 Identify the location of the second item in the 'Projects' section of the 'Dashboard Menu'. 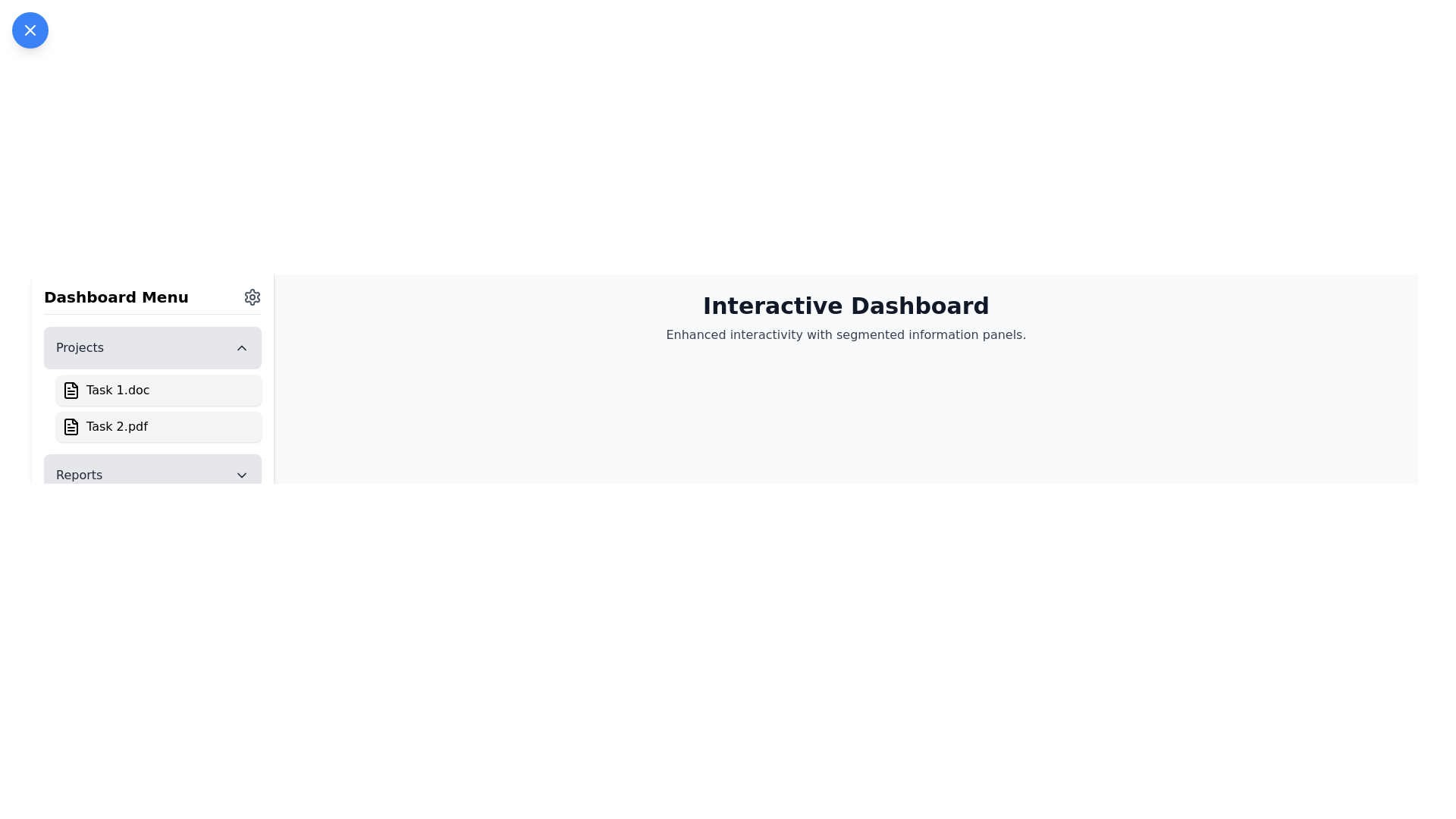
(116, 427).